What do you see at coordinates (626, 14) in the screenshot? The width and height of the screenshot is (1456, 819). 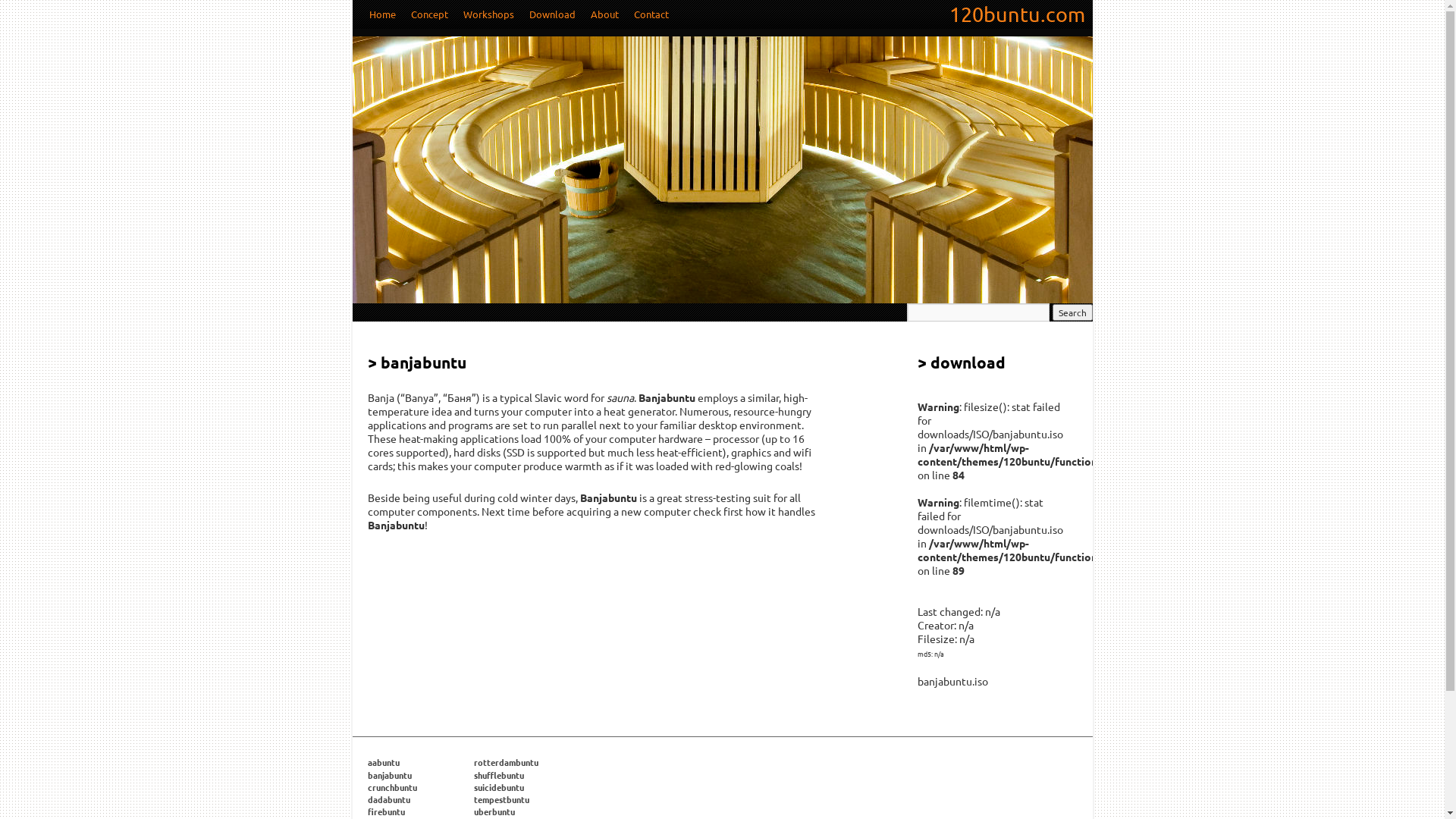 I see `'Contact'` at bounding box center [626, 14].